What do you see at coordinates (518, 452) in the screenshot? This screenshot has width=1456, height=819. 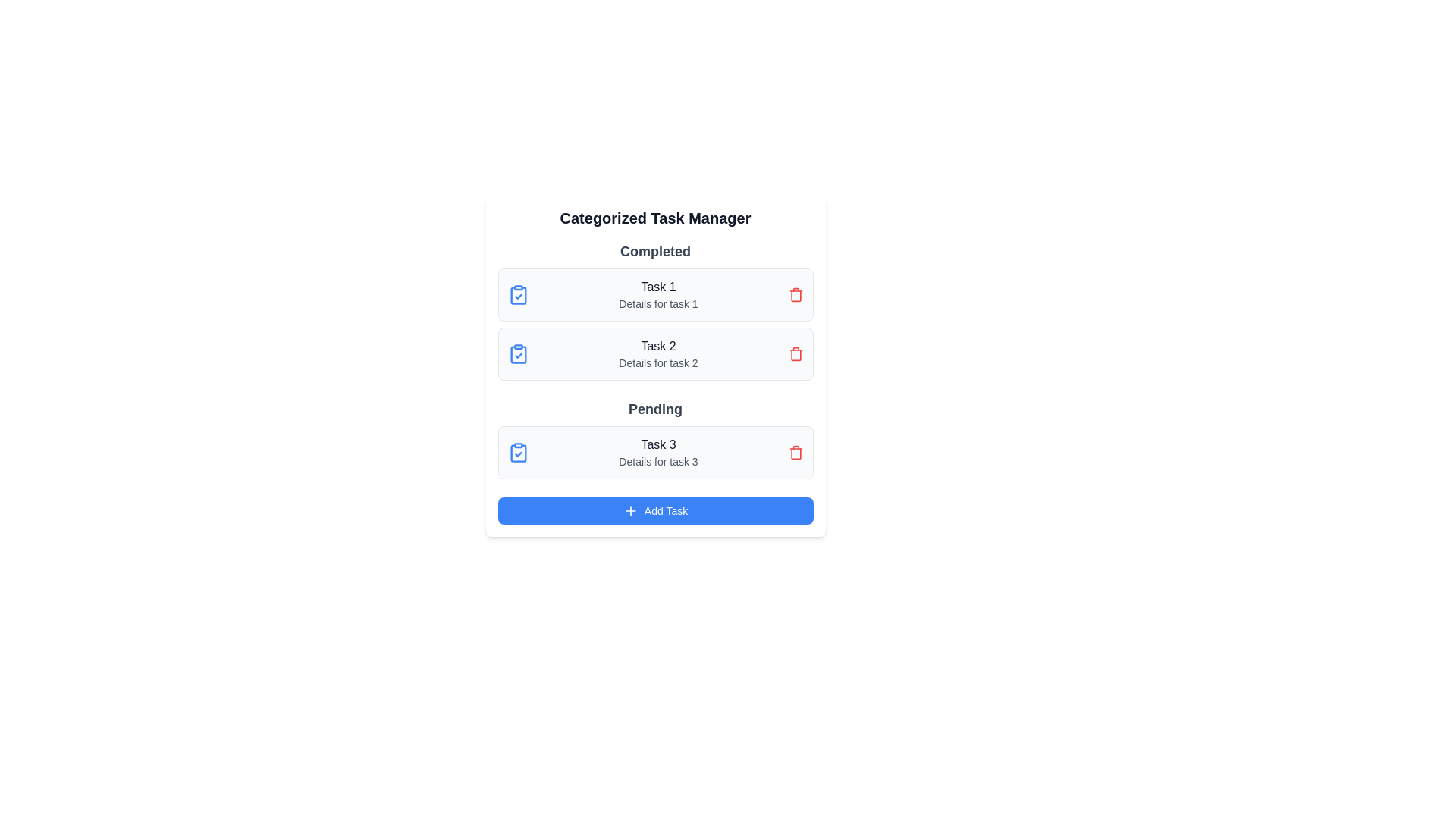 I see `the check icon for task Task 3 to mark it as completed or inspected` at bounding box center [518, 452].